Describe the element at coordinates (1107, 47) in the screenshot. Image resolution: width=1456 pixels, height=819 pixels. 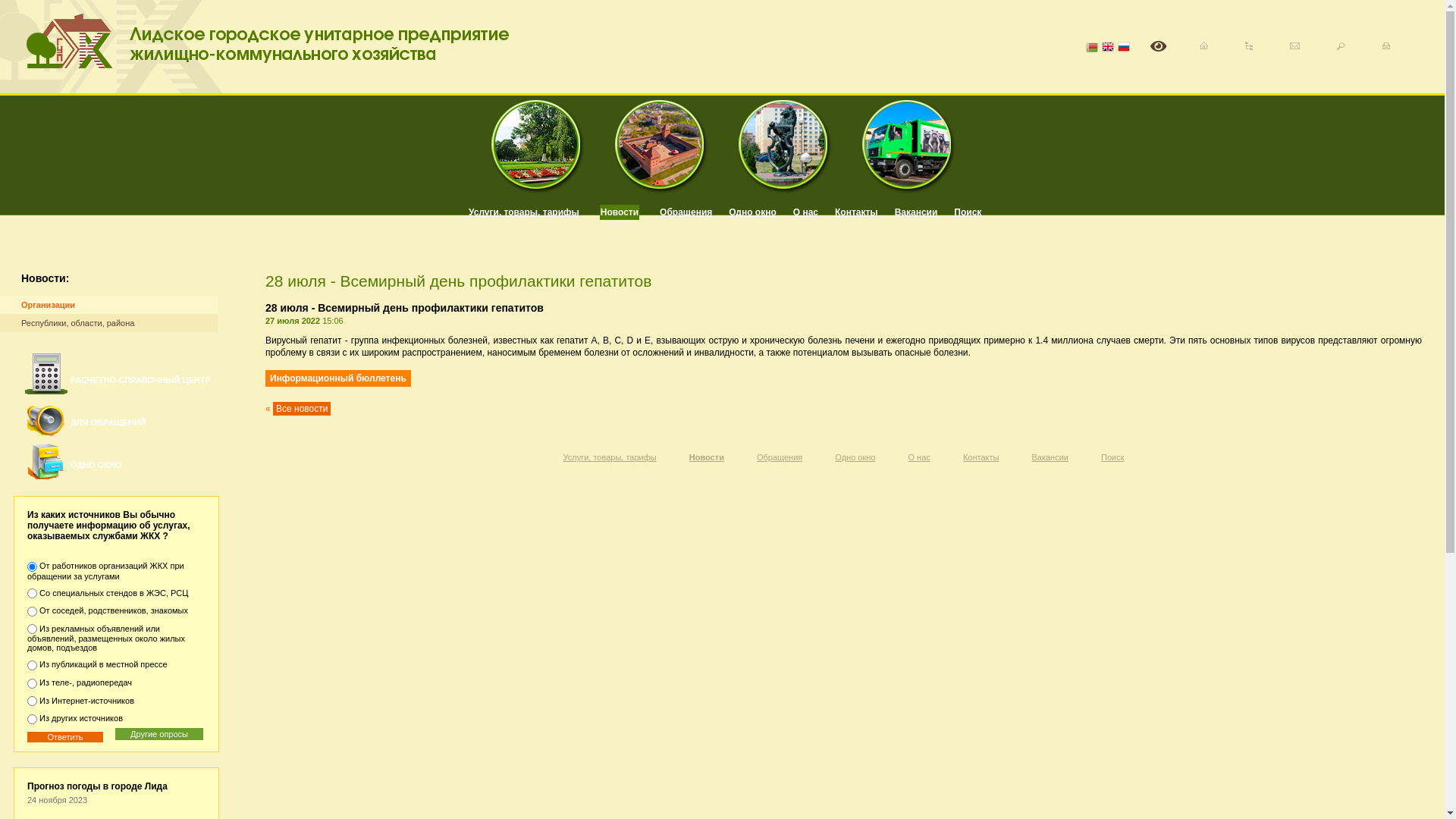
I see `'English'` at that location.